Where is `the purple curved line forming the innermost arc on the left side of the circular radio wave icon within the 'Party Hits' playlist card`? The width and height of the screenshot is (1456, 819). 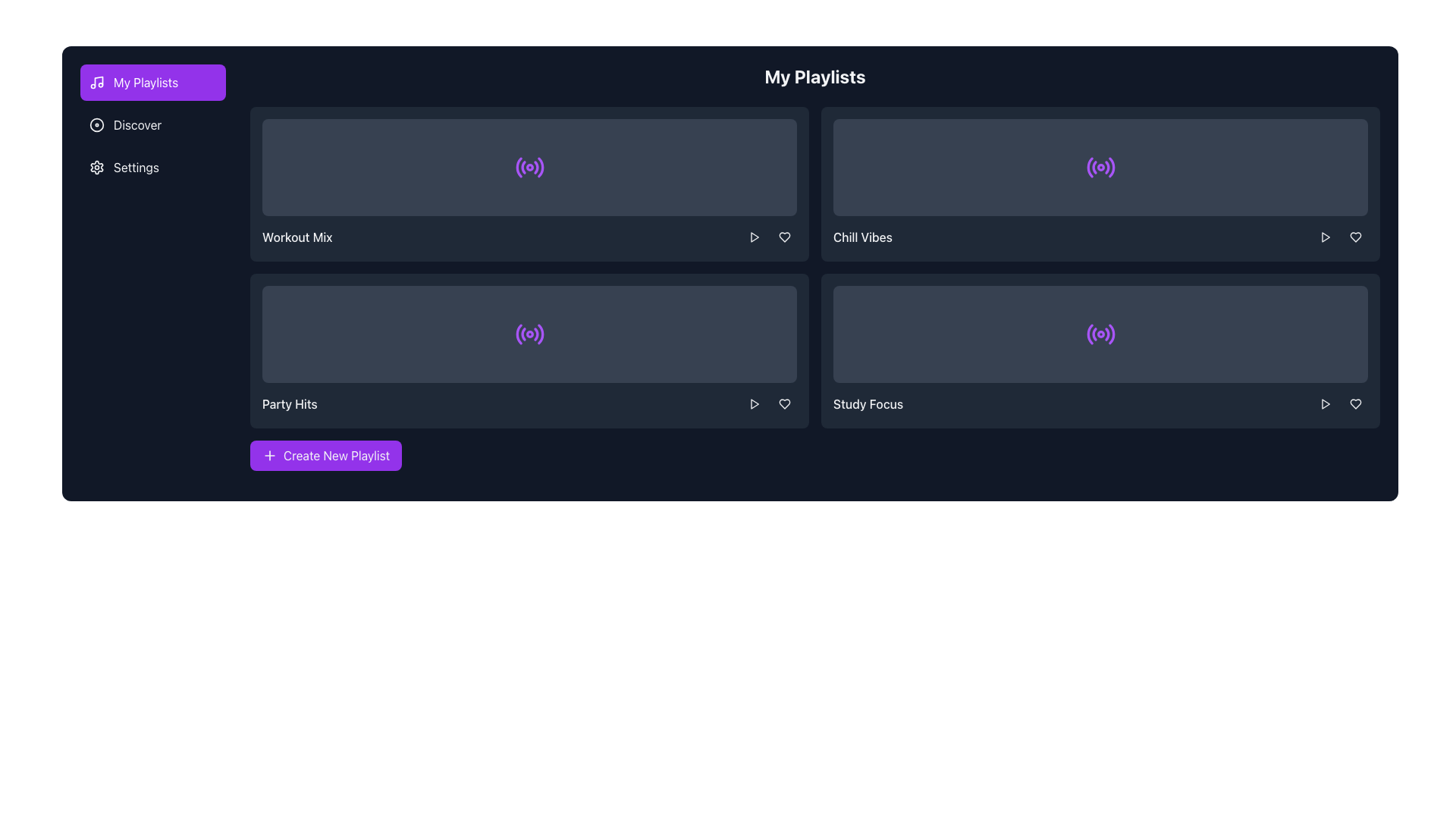 the purple curved line forming the innermost arc on the left side of the circular radio wave icon within the 'Party Hits' playlist card is located at coordinates (519, 333).